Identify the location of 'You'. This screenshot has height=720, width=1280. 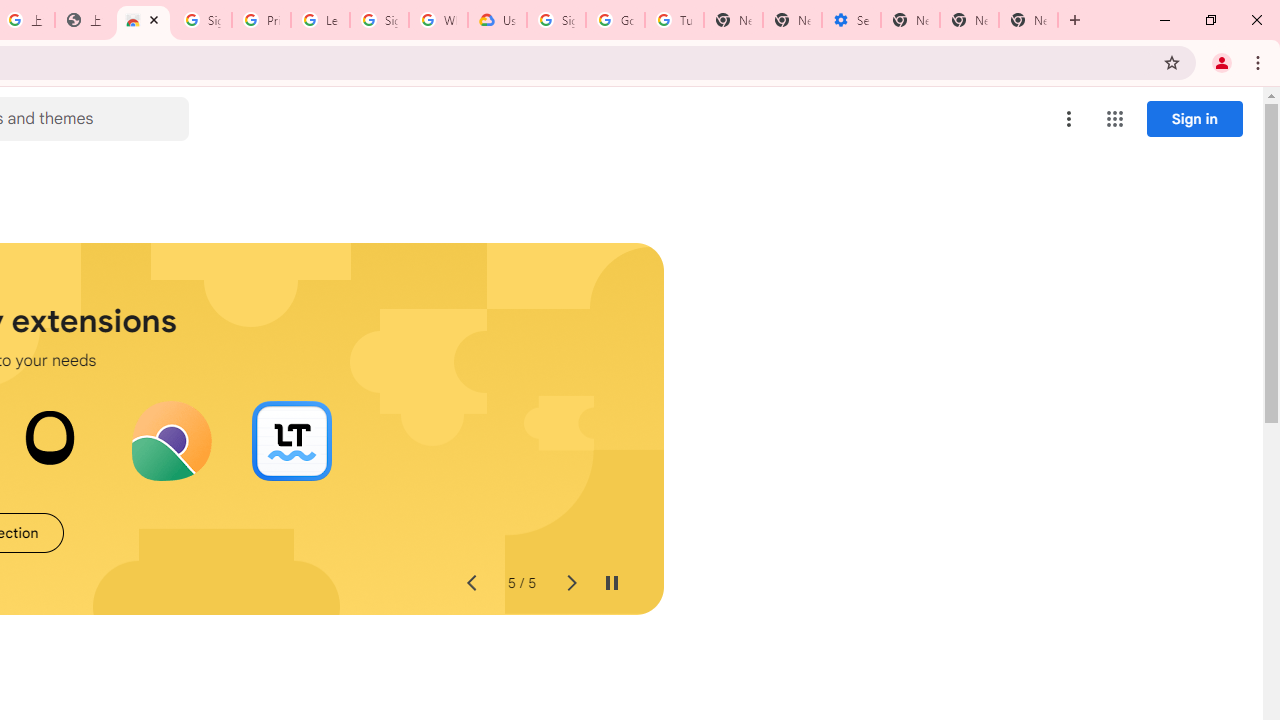
(1220, 61).